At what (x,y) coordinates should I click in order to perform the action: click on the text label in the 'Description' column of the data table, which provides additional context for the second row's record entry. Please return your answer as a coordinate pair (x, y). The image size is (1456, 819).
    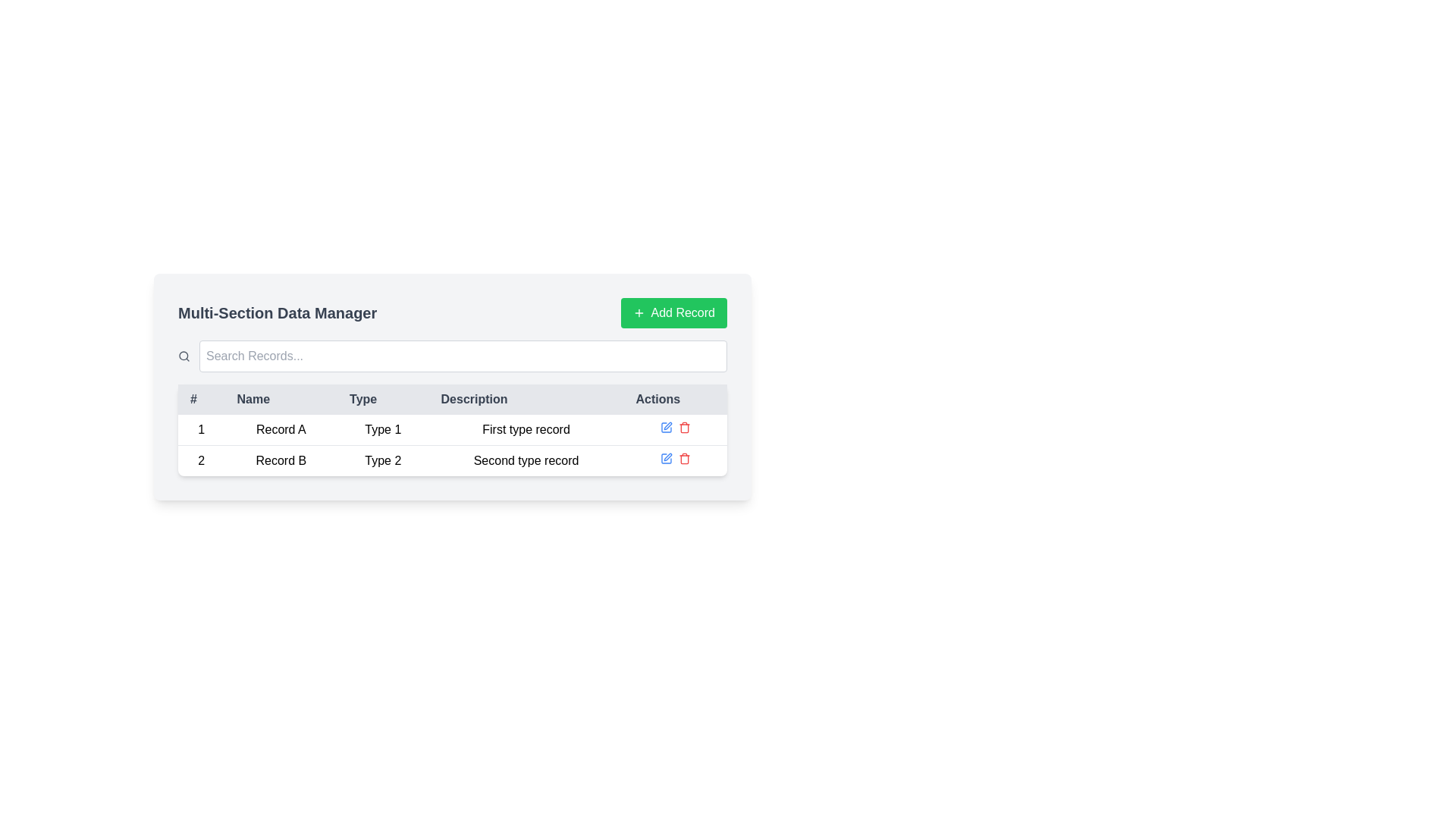
    Looking at the image, I should click on (526, 460).